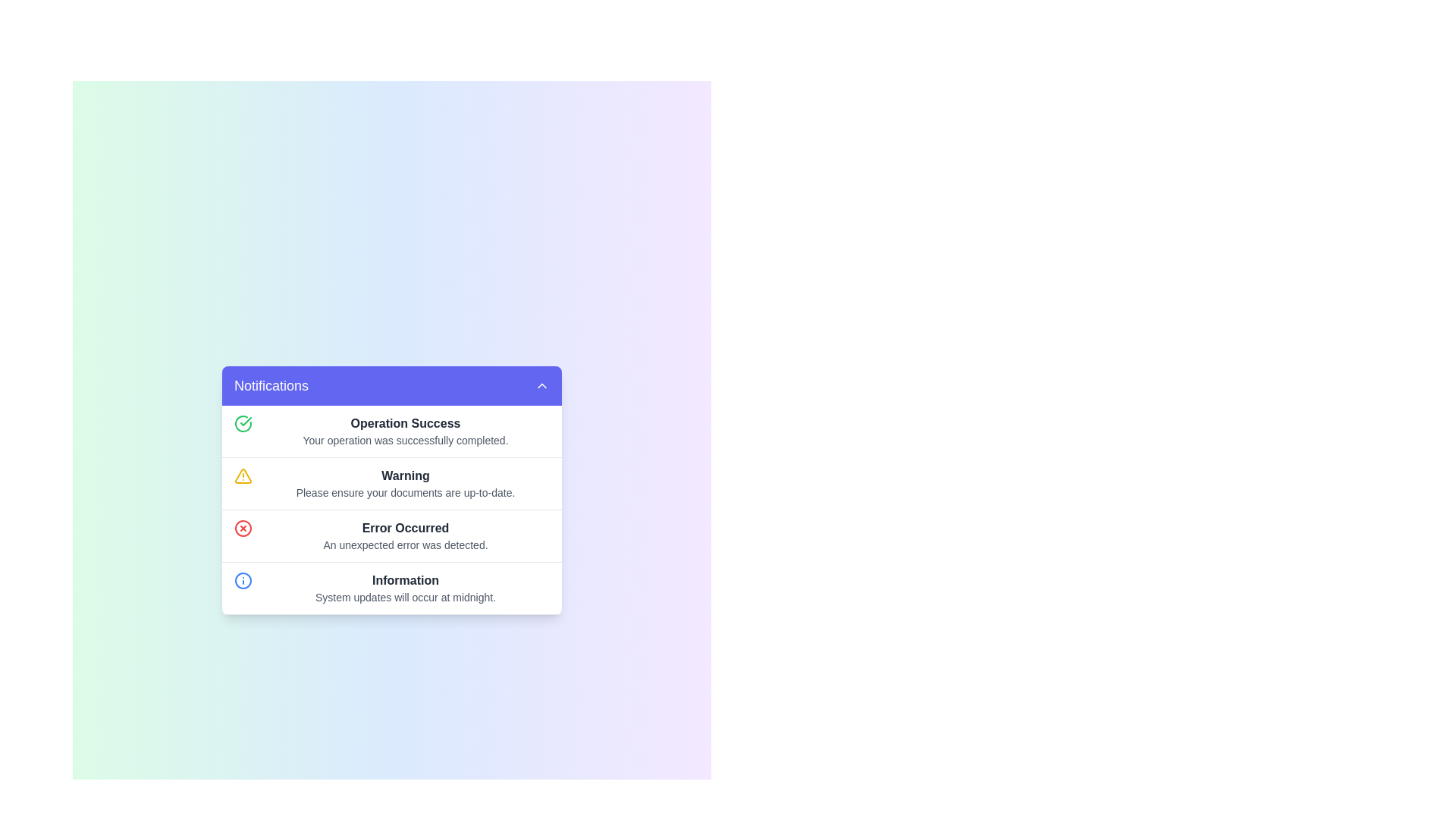 This screenshot has width=1456, height=819. What do you see at coordinates (392, 491) in the screenshot?
I see `the Notification Panel that has a purple header titled 'Notifications' and displays multiple notification items with icons and text` at bounding box center [392, 491].